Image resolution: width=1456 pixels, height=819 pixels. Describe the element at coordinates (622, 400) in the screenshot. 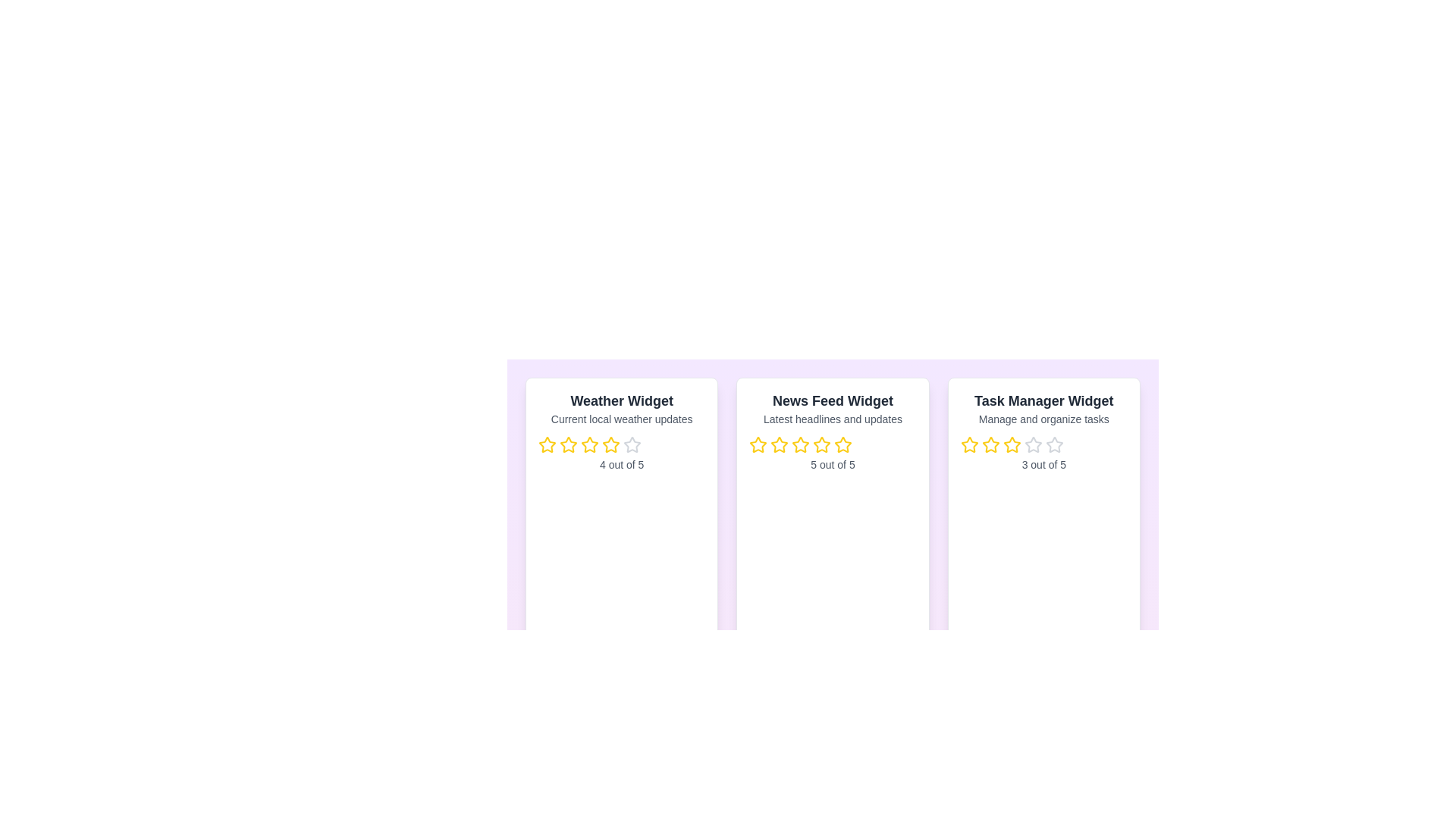

I see `the name of the widget by clicking on the title area` at that location.